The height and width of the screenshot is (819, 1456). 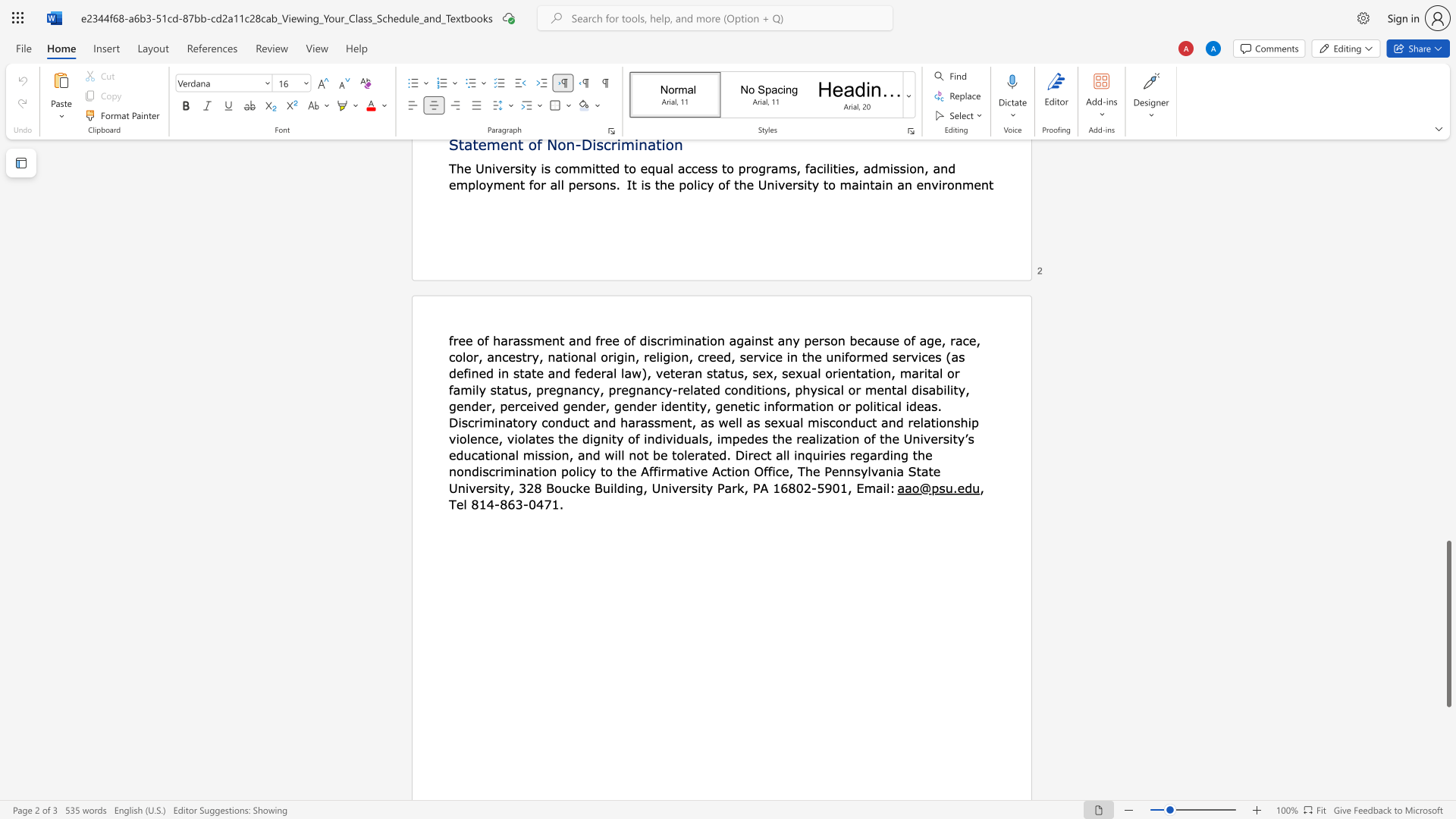 What do you see at coordinates (1448, 485) in the screenshot?
I see `the scrollbar to scroll upward` at bounding box center [1448, 485].